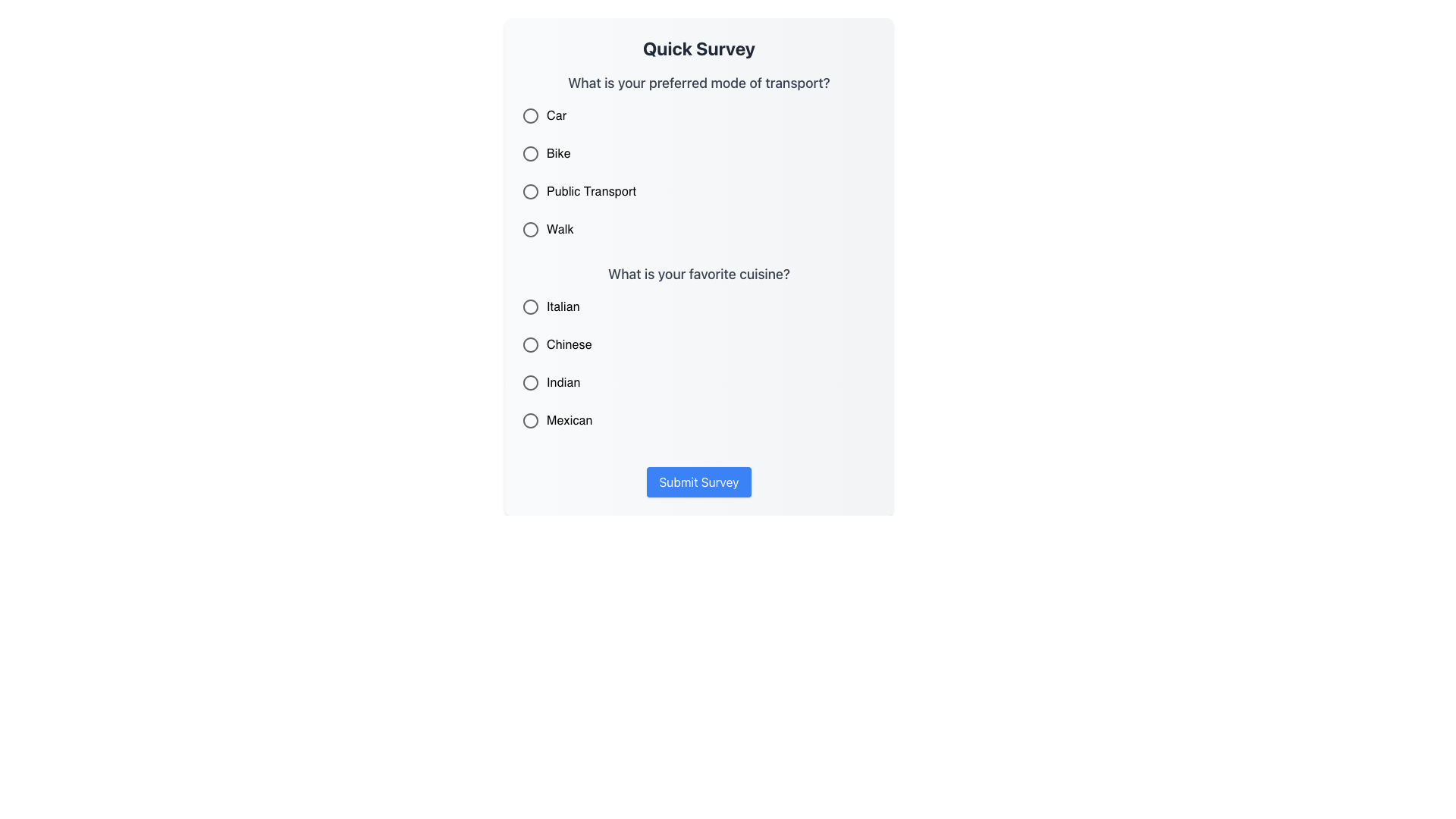 Image resolution: width=1456 pixels, height=819 pixels. I want to click on the radio button indicating 'Indian' in the user survey interface by moving the cursor to its center point, so click(531, 382).